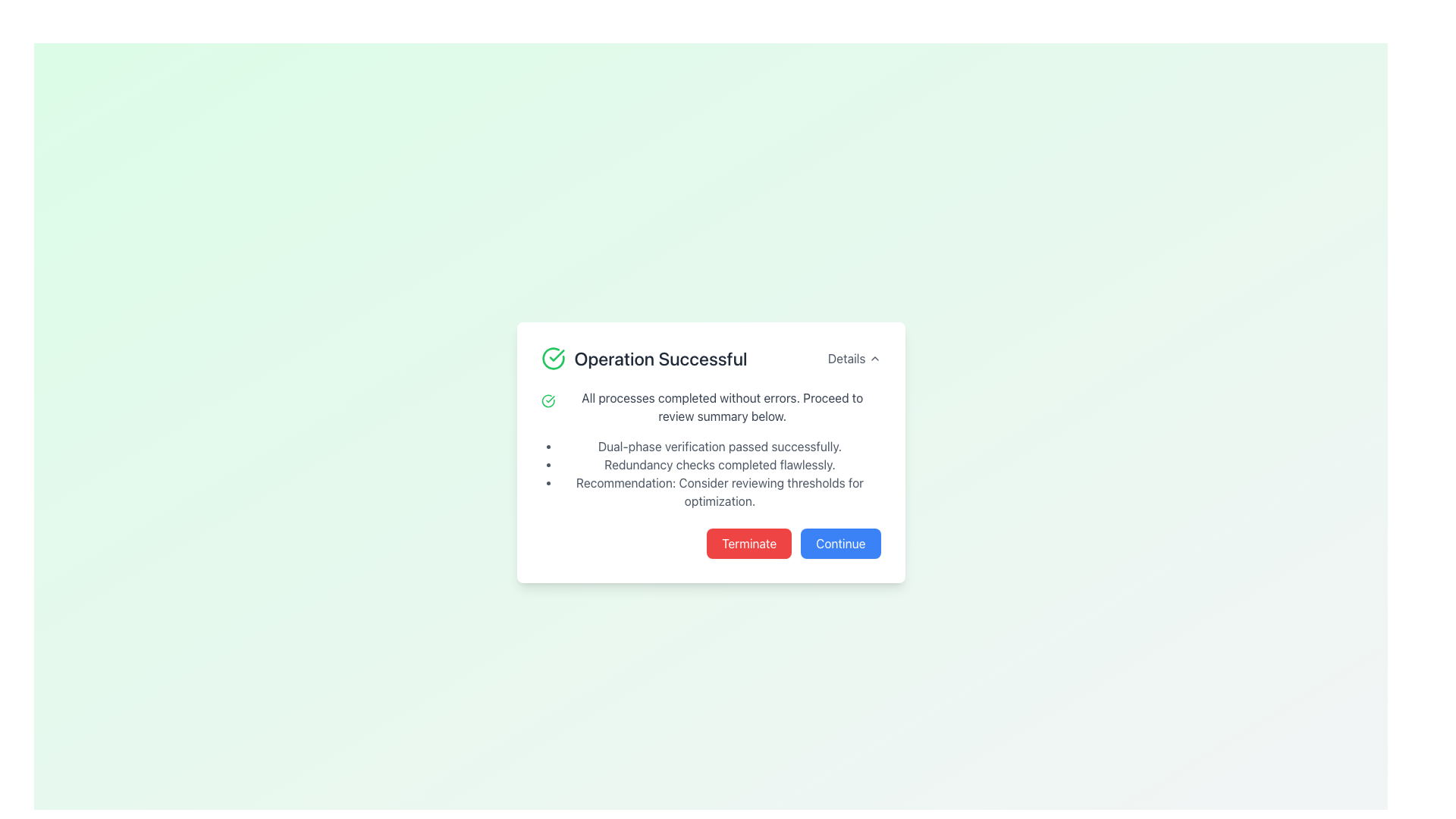 The width and height of the screenshot is (1456, 819). What do you see at coordinates (846, 359) in the screenshot?
I see `the text label reading 'Details' located at the top-right corner of the notification card under the title 'Operation Successful' to read its content` at bounding box center [846, 359].